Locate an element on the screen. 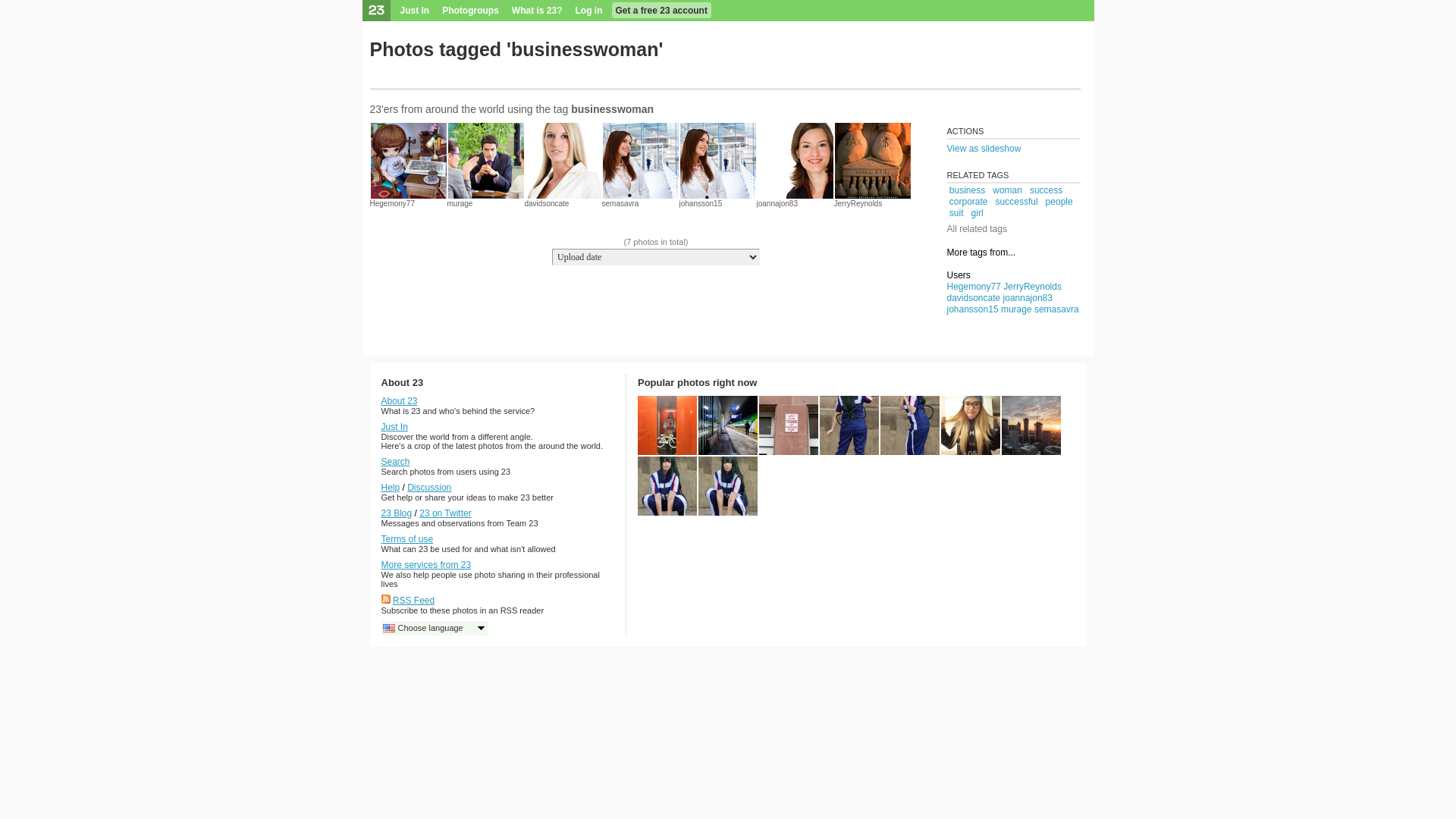 The image size is (1456, 819). 'Search' is located at coordinates (395, 461).